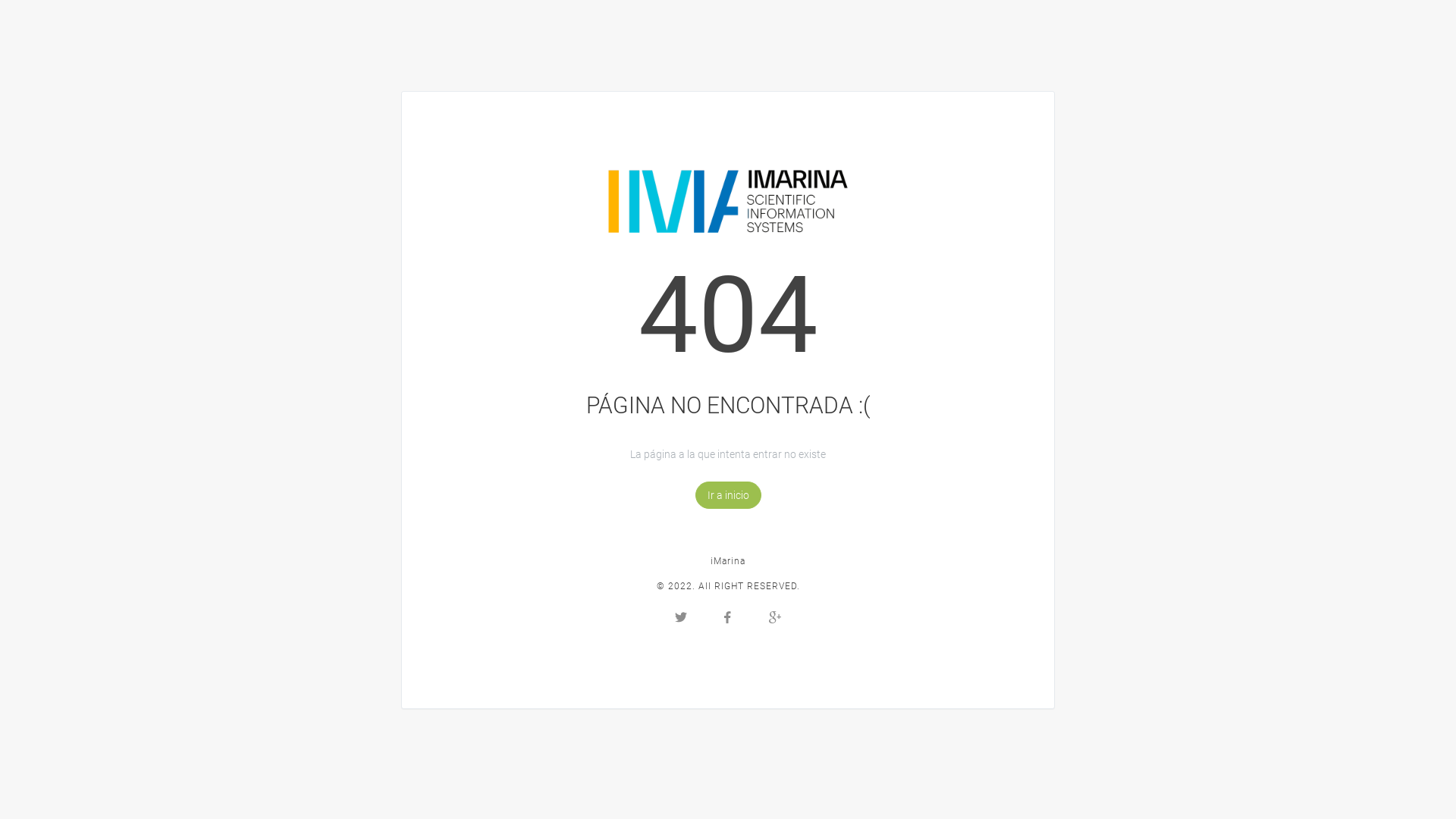 The width and height of the screenshot is (1456, 819). I want to click on 'Ir a inicio', so click(726, 494).